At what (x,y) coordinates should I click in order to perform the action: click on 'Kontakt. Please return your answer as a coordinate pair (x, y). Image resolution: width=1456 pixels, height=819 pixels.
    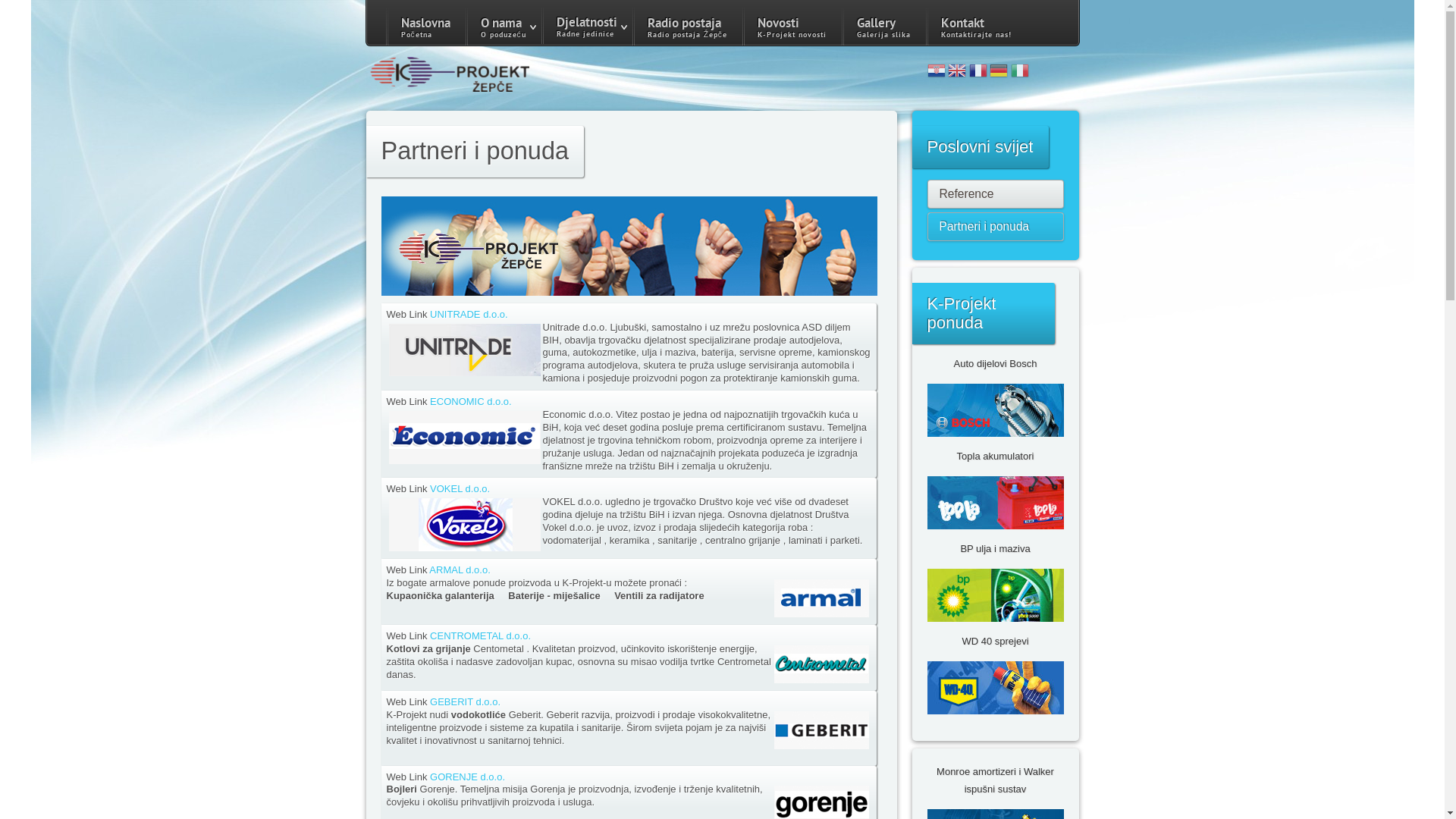
    Looking at the image, I should click on (976, 26).